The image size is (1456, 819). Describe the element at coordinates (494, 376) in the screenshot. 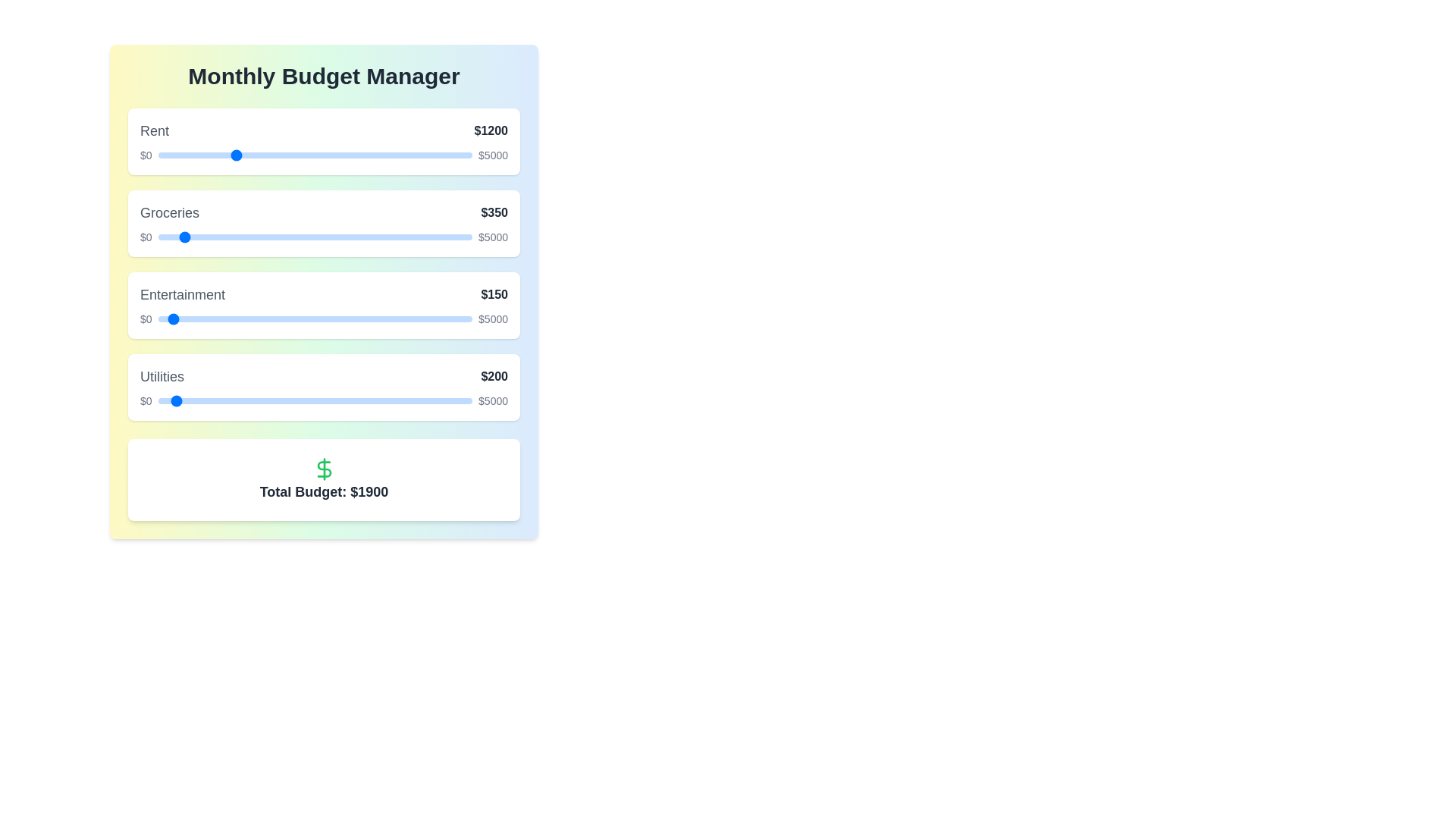

I see `the monetary value display for utilities in the budget manager application, located to the right of the 'Utilities' label` at that location.